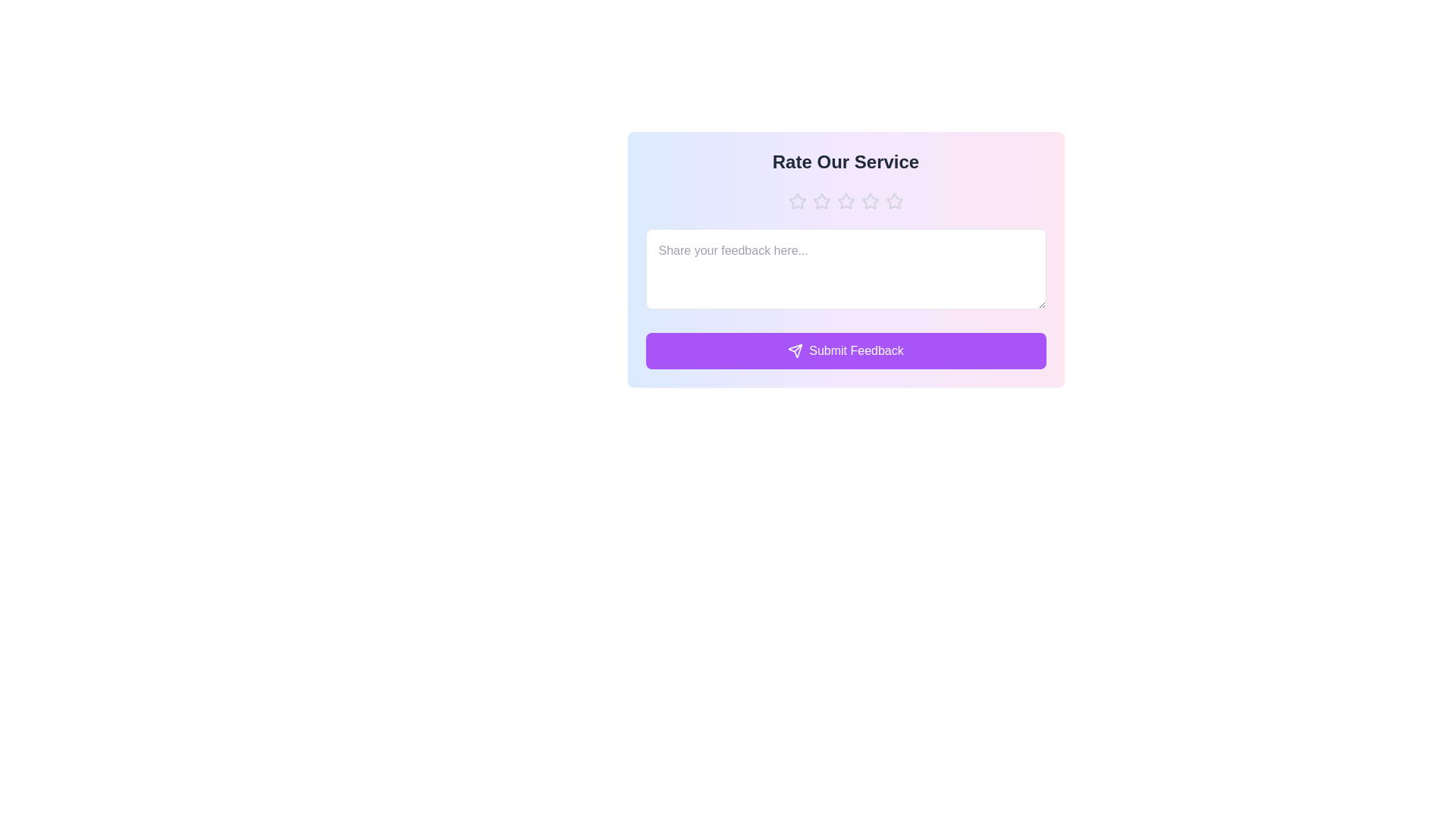 This screenshot has height=819, width=1456. I want to click on the rating to 4 stars by clicking the corresponding star button, so click(870, 201).